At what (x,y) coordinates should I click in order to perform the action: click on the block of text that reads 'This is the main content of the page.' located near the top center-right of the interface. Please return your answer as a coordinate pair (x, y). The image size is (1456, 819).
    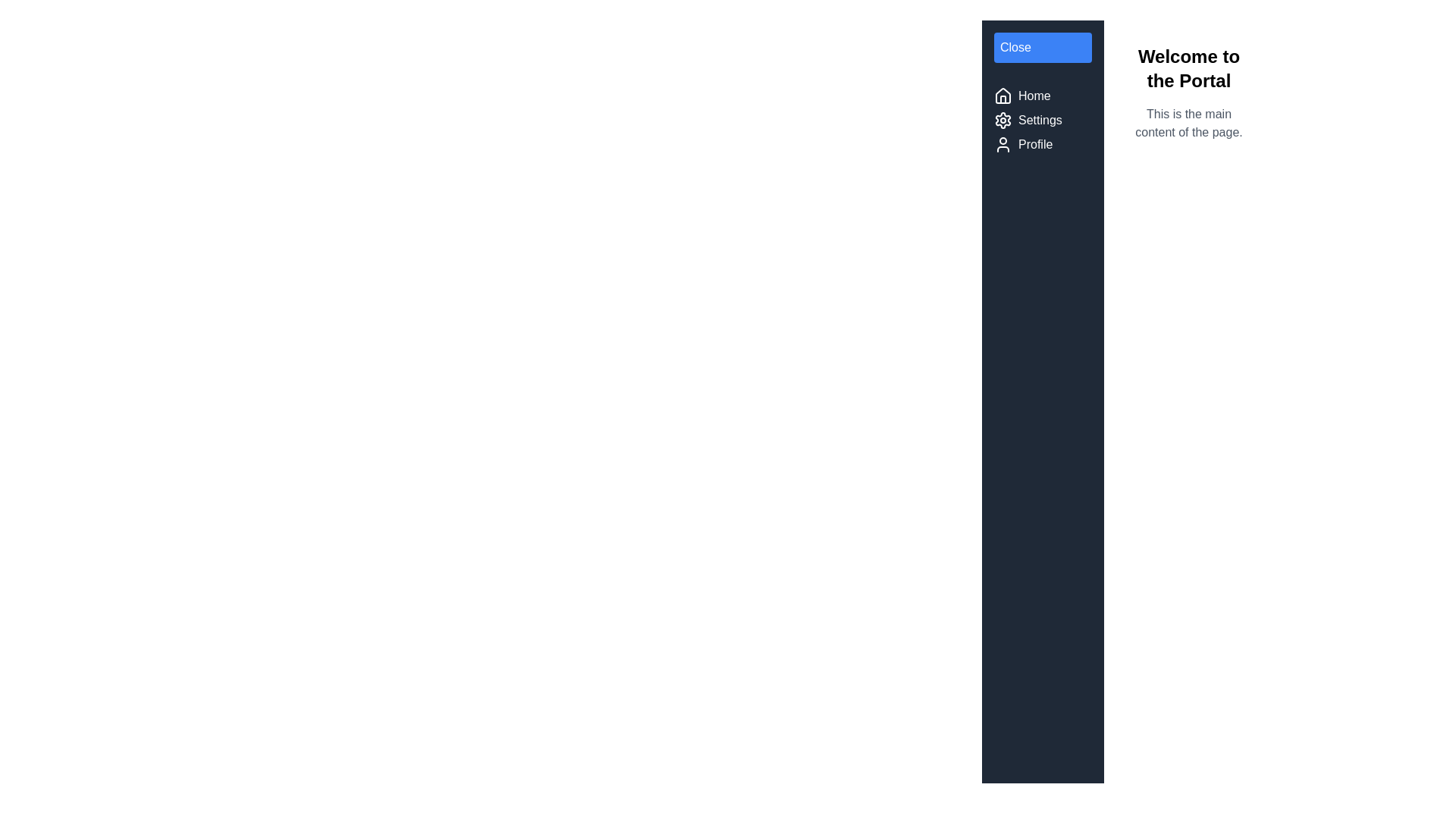
    Looking at the image, I should click on (1188, 122).